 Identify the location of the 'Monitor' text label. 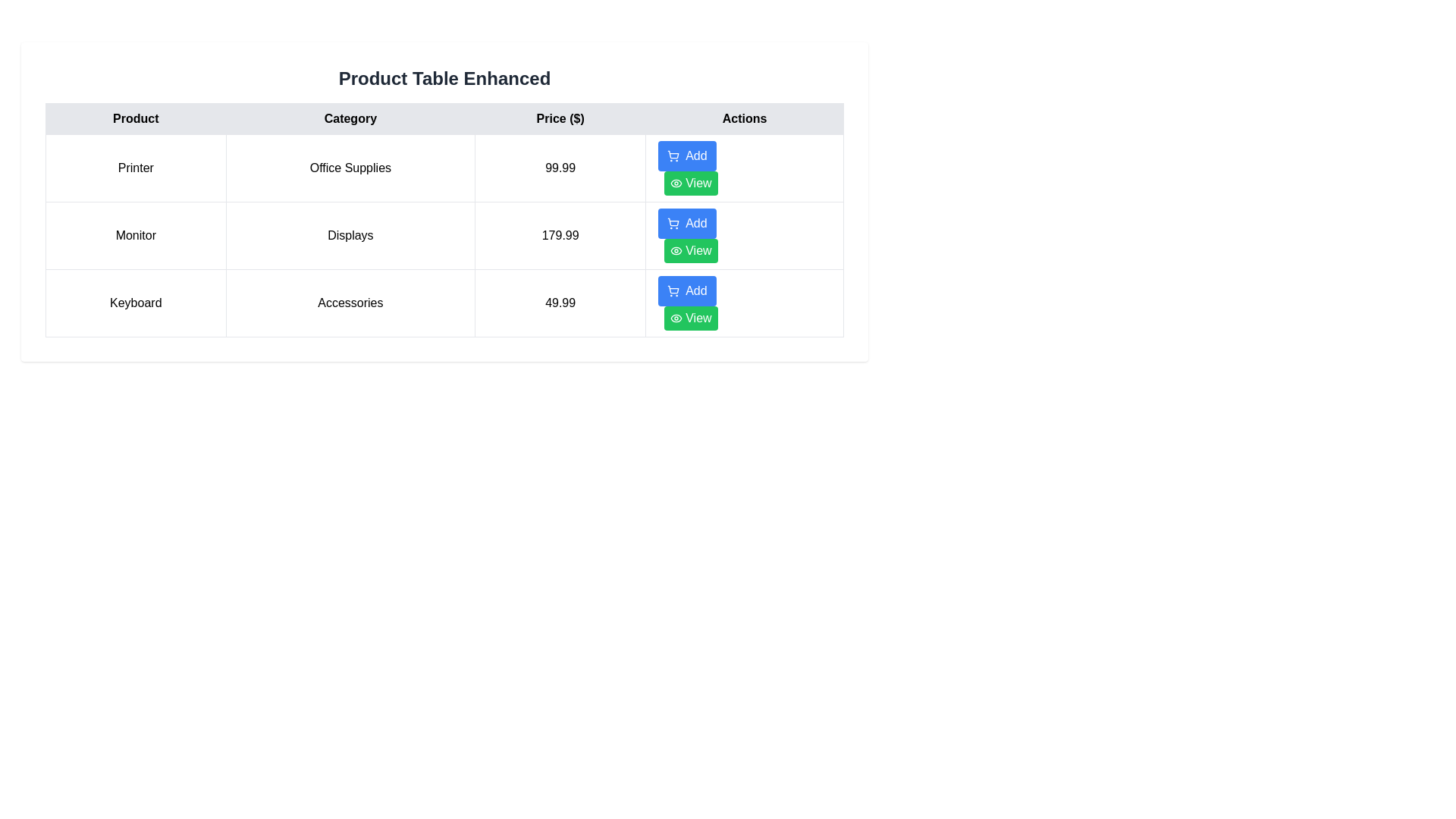
(136, 236).